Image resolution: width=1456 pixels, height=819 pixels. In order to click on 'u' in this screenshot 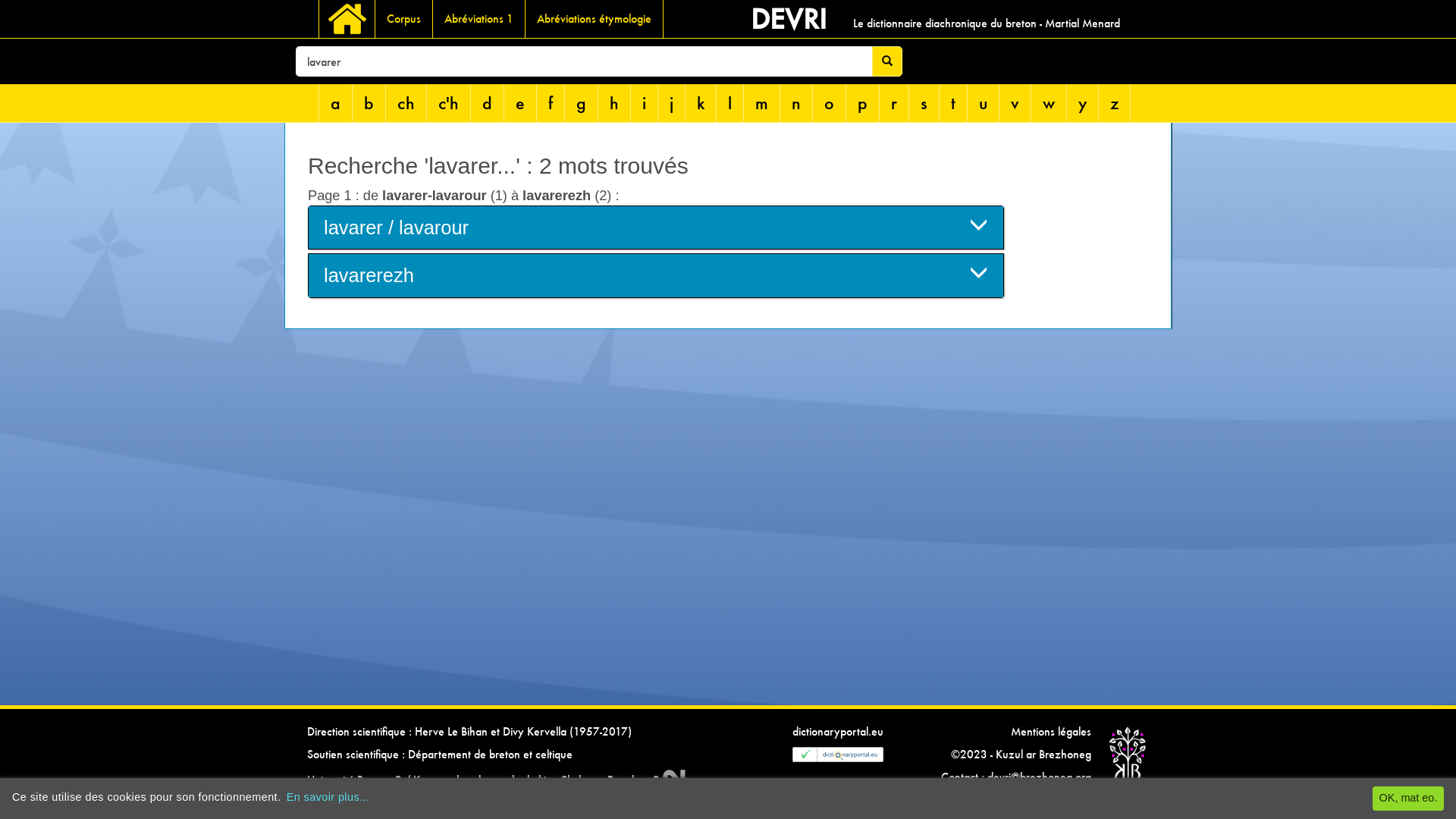, I will do `click(983, 102)`.